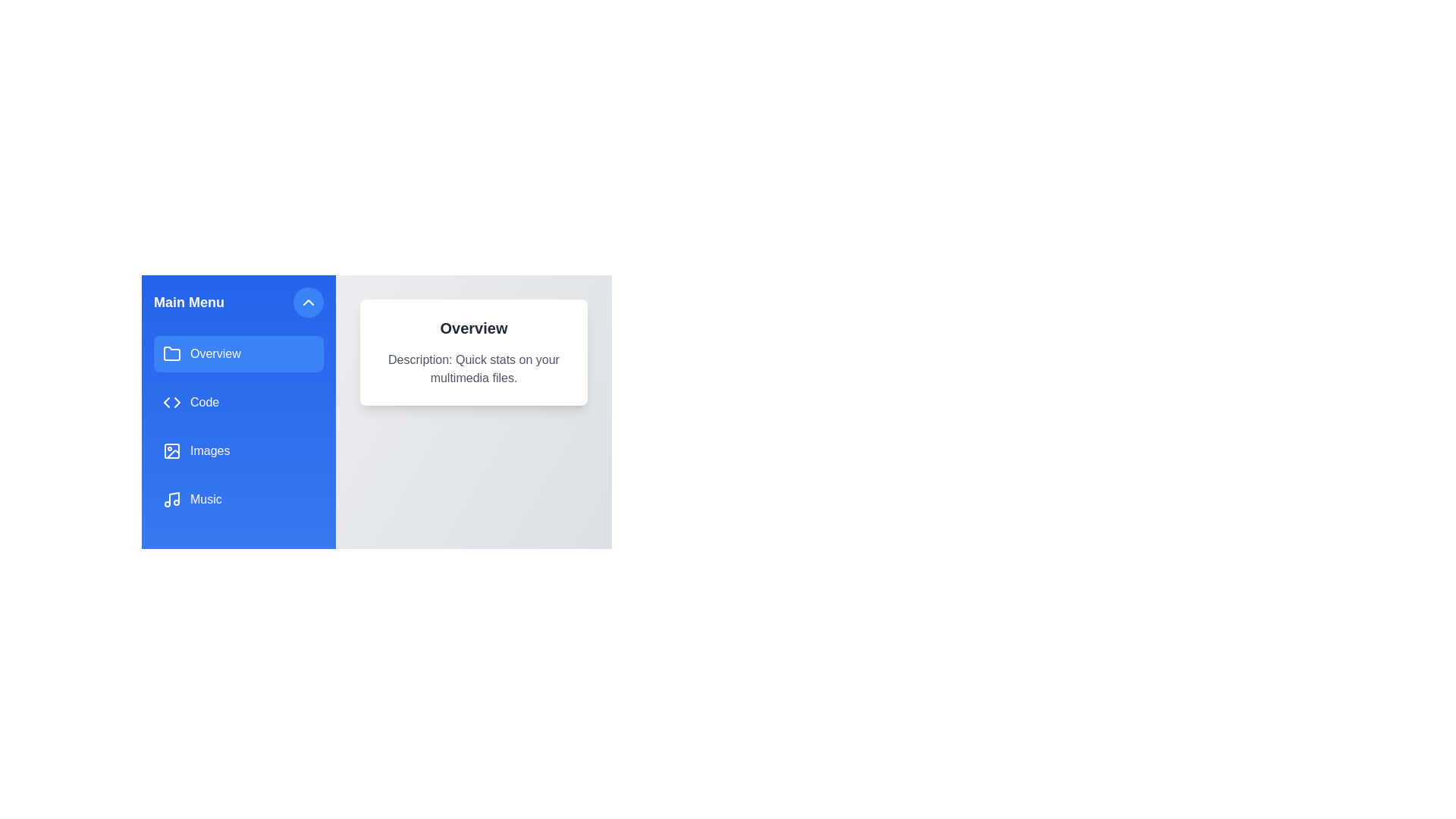 Image resolution: width=1456 pixels, height=819 pixels. What do you see at coordinates (171, 353) in the screenshot?
I see `the 'Overview' menu icon, which is a blue-highlighted SVG graphic located at the top left of the left-side vertical menu, before the text label 'Overview'` at bounding box center [171, 353].